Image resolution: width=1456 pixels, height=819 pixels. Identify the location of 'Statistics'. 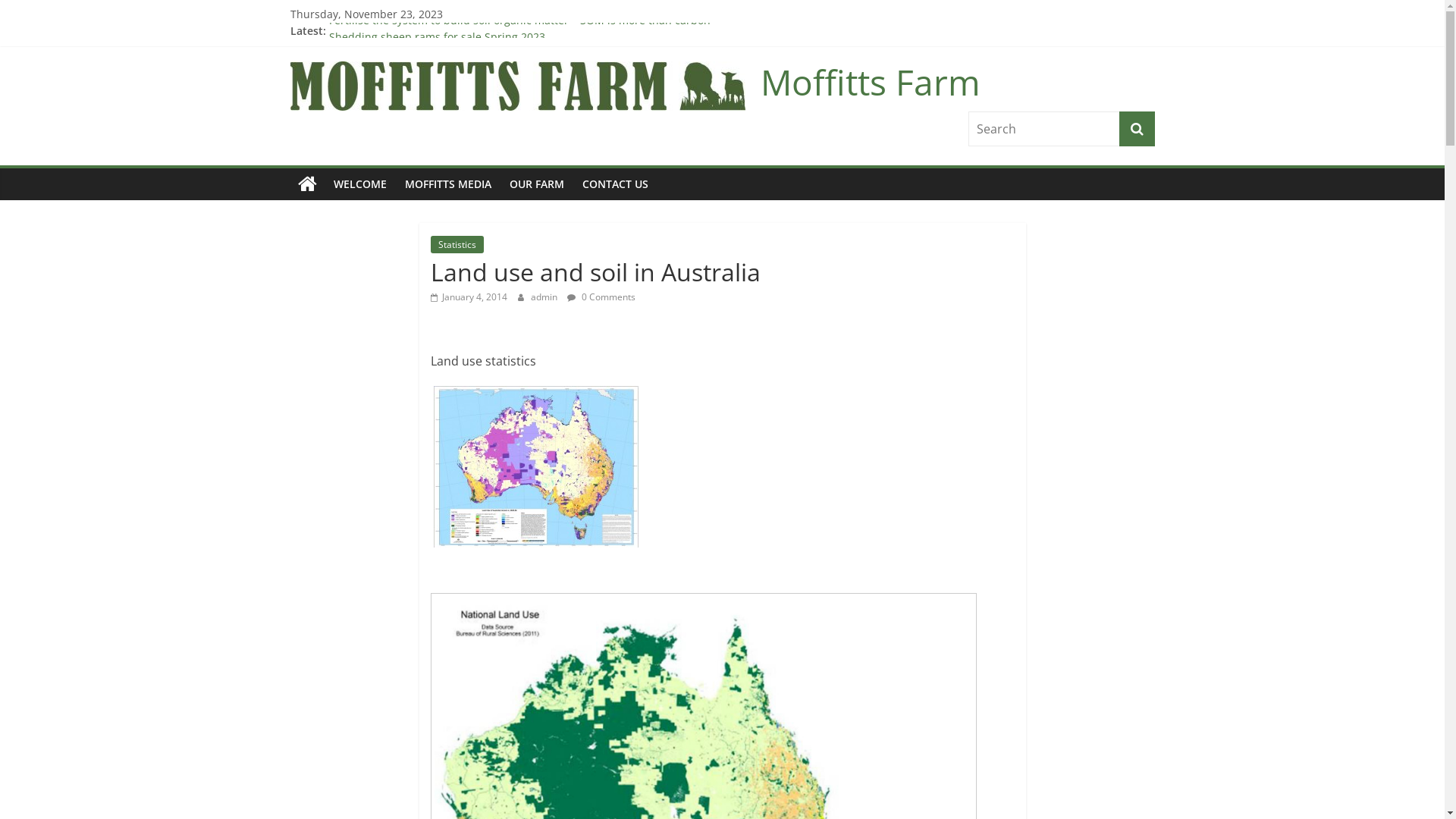
(457, 243).